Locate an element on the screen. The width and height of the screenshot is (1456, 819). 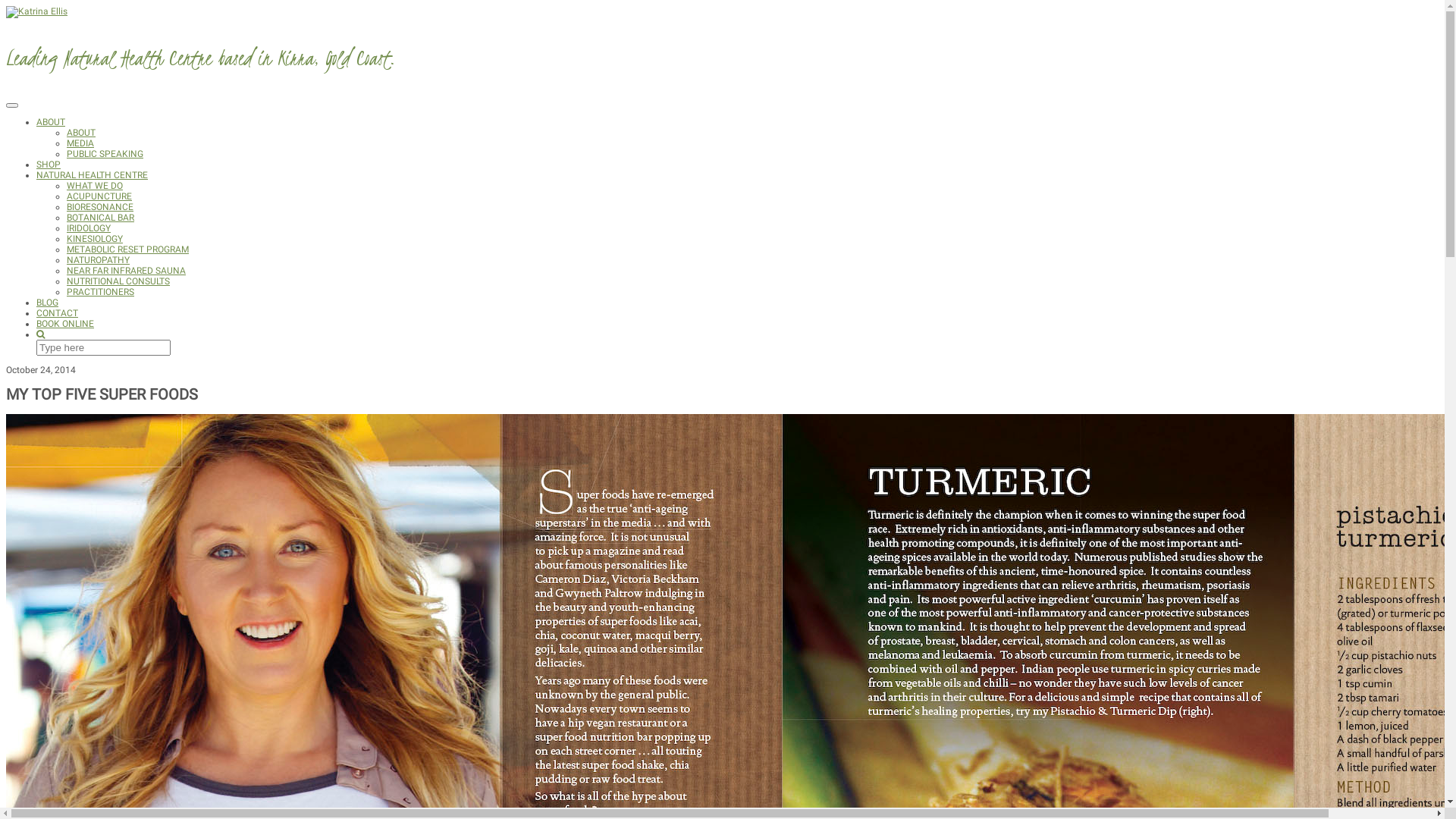
'BIORESONANCE' is located at coordinates (99, 207).